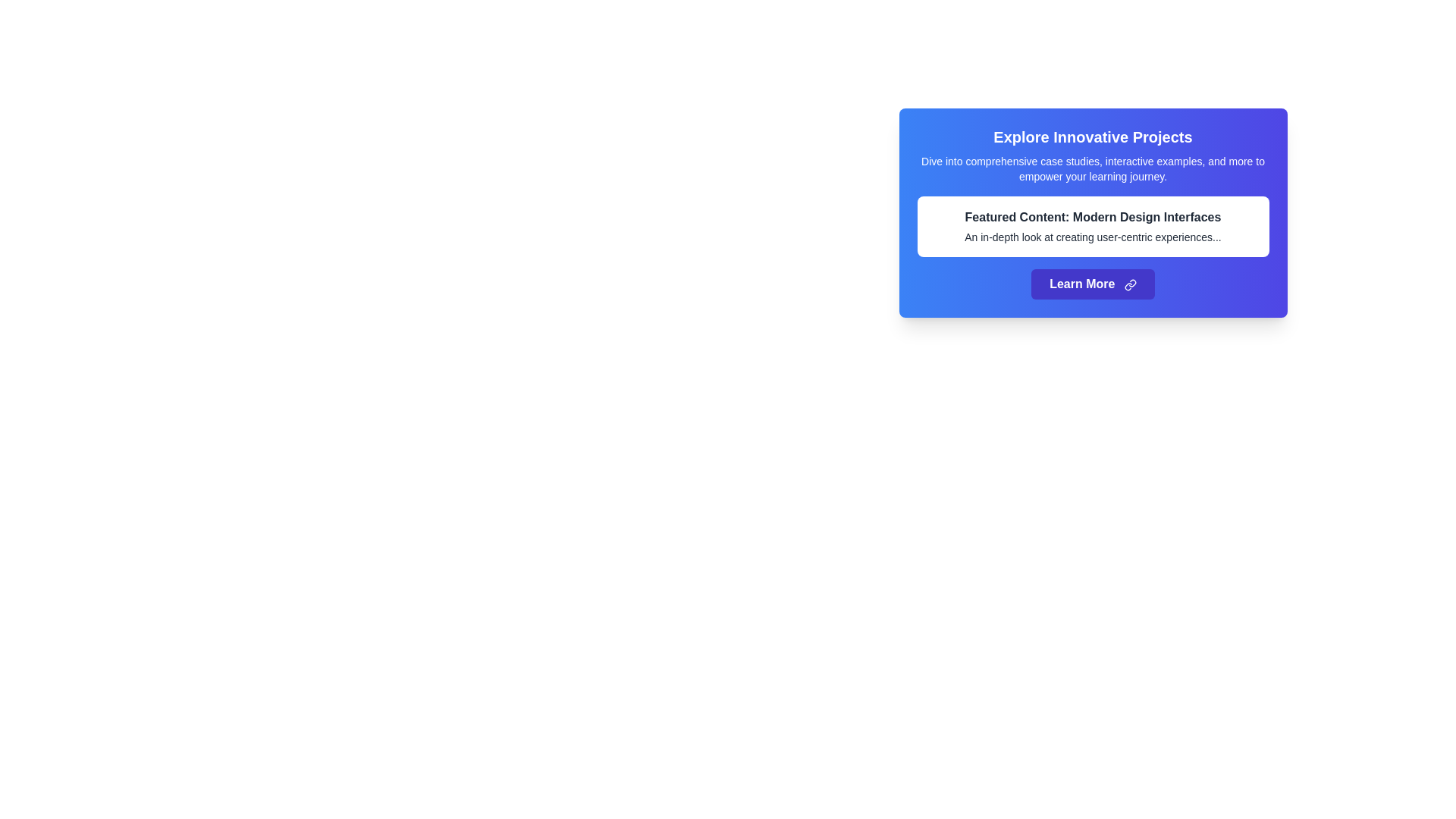 This screenshot has width=1456, height=819. Describe the element at coordinates (1093, 227) in the screenshot. I see `the informational block titled 'Featured Content: Modern Design Interfaces', which contains a description about user-centric experiences` at that location.